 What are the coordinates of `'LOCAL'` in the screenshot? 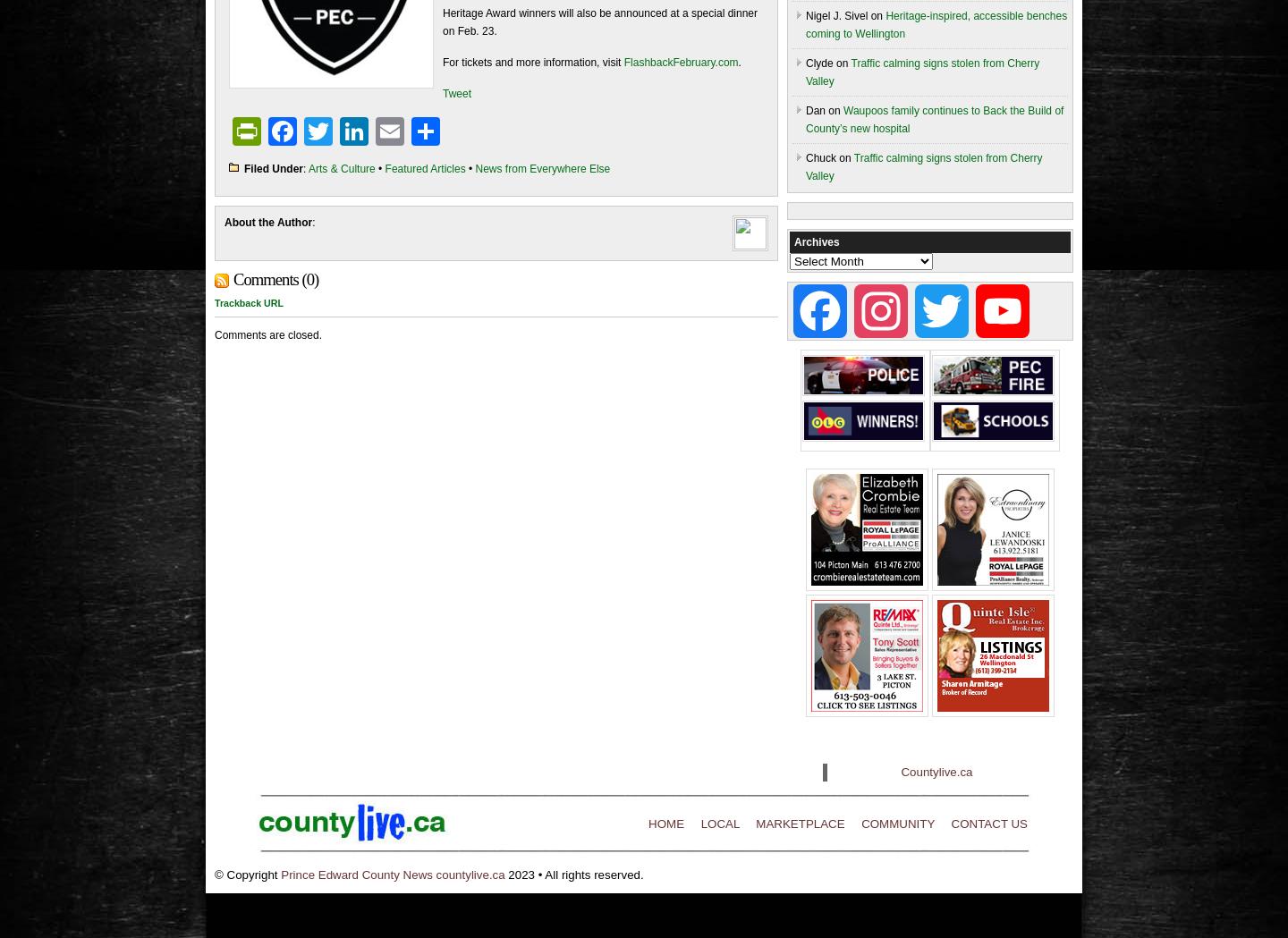 It's located at (719, 823).